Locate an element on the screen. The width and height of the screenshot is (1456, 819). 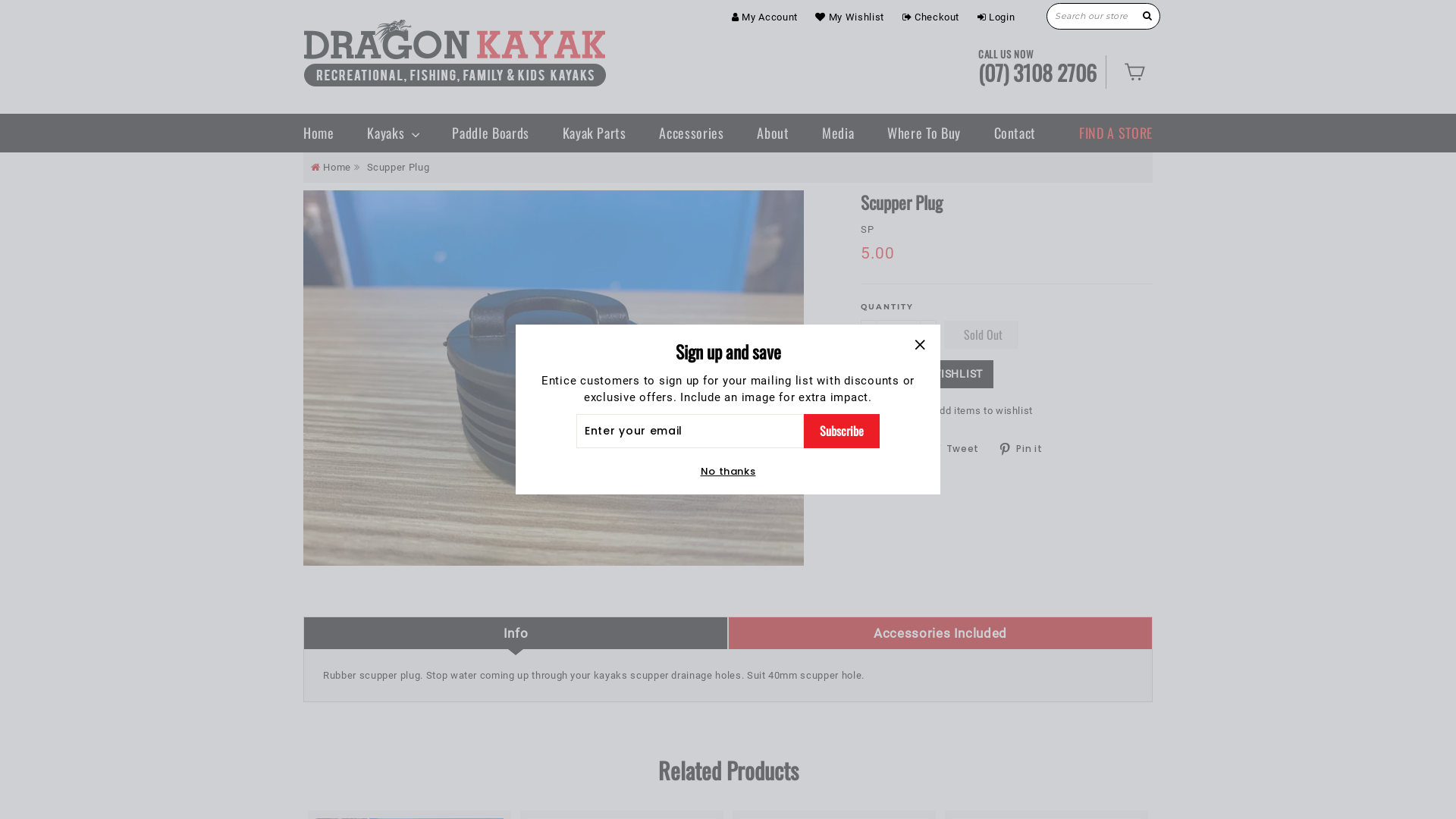
'Kayak Parts' is located at coordinates (593, 132).